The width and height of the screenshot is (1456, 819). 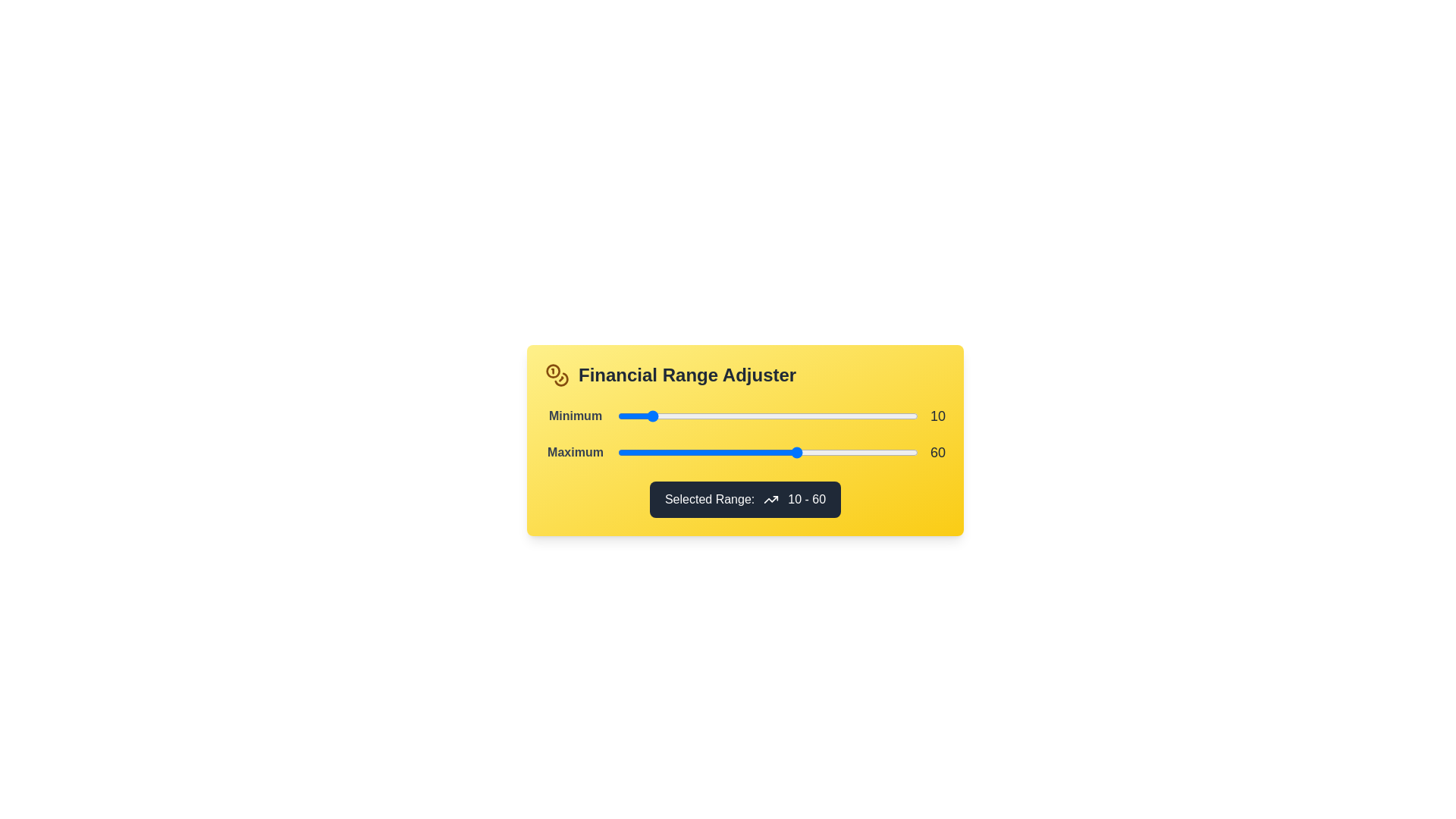 I want to click on the 'Maximum' range slider to 67, so click(x=817, y=452).